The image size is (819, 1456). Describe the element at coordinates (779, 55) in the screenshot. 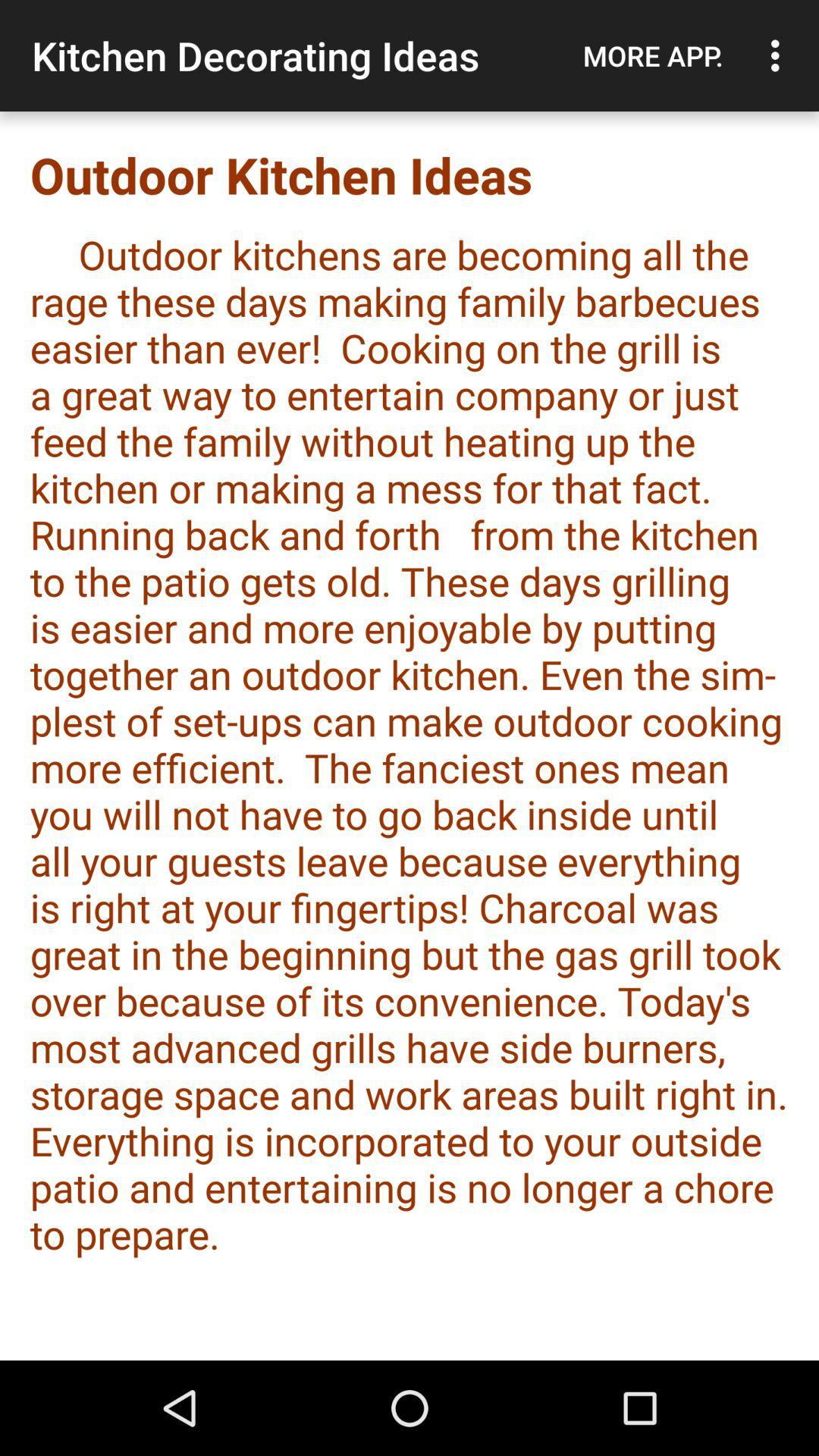

I see `the item to the right of the more app.` at that location.